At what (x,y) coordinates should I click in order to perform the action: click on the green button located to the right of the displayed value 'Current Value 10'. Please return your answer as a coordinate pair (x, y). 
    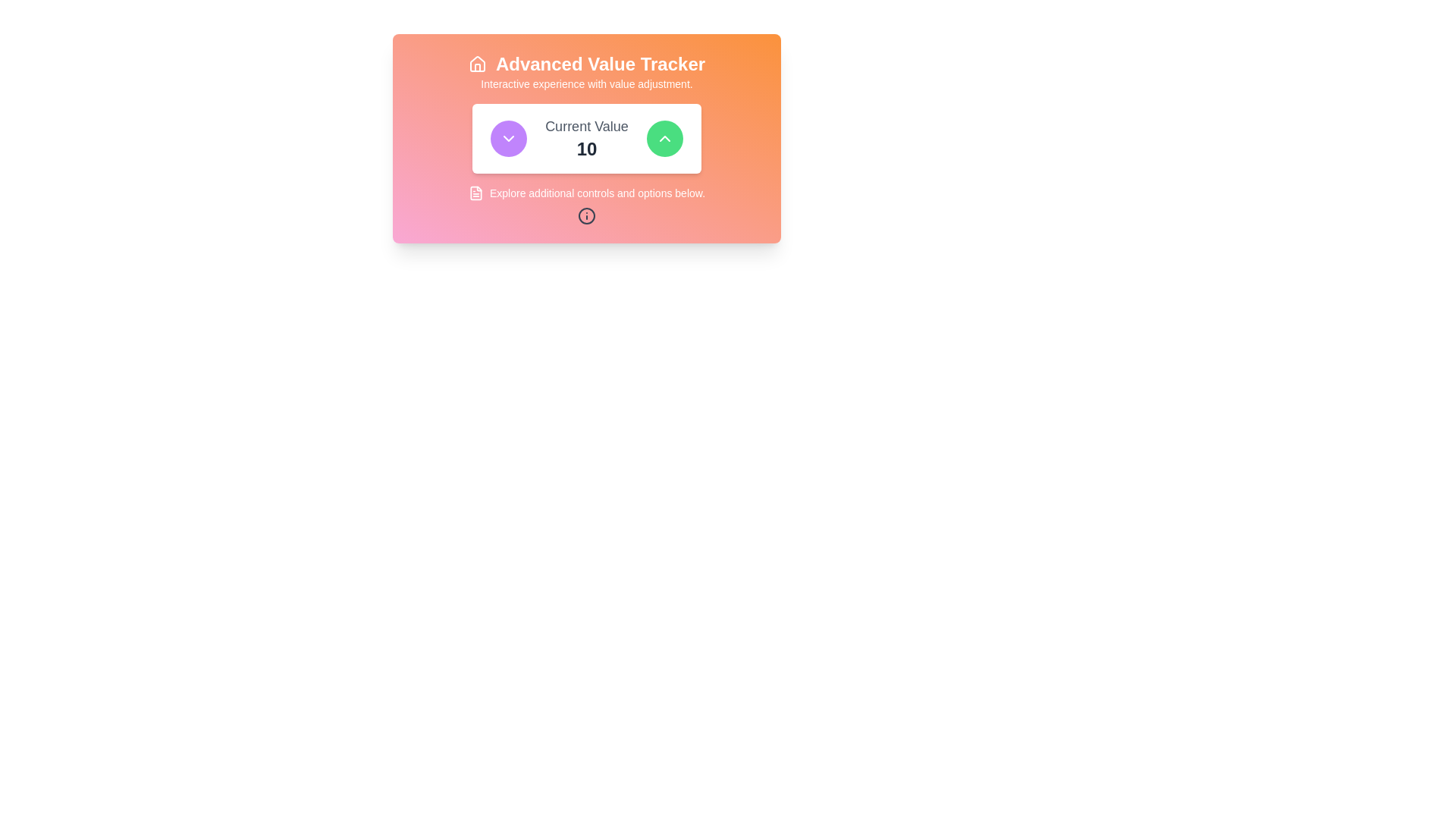
    Looking at the image, I should click on (664, 138).